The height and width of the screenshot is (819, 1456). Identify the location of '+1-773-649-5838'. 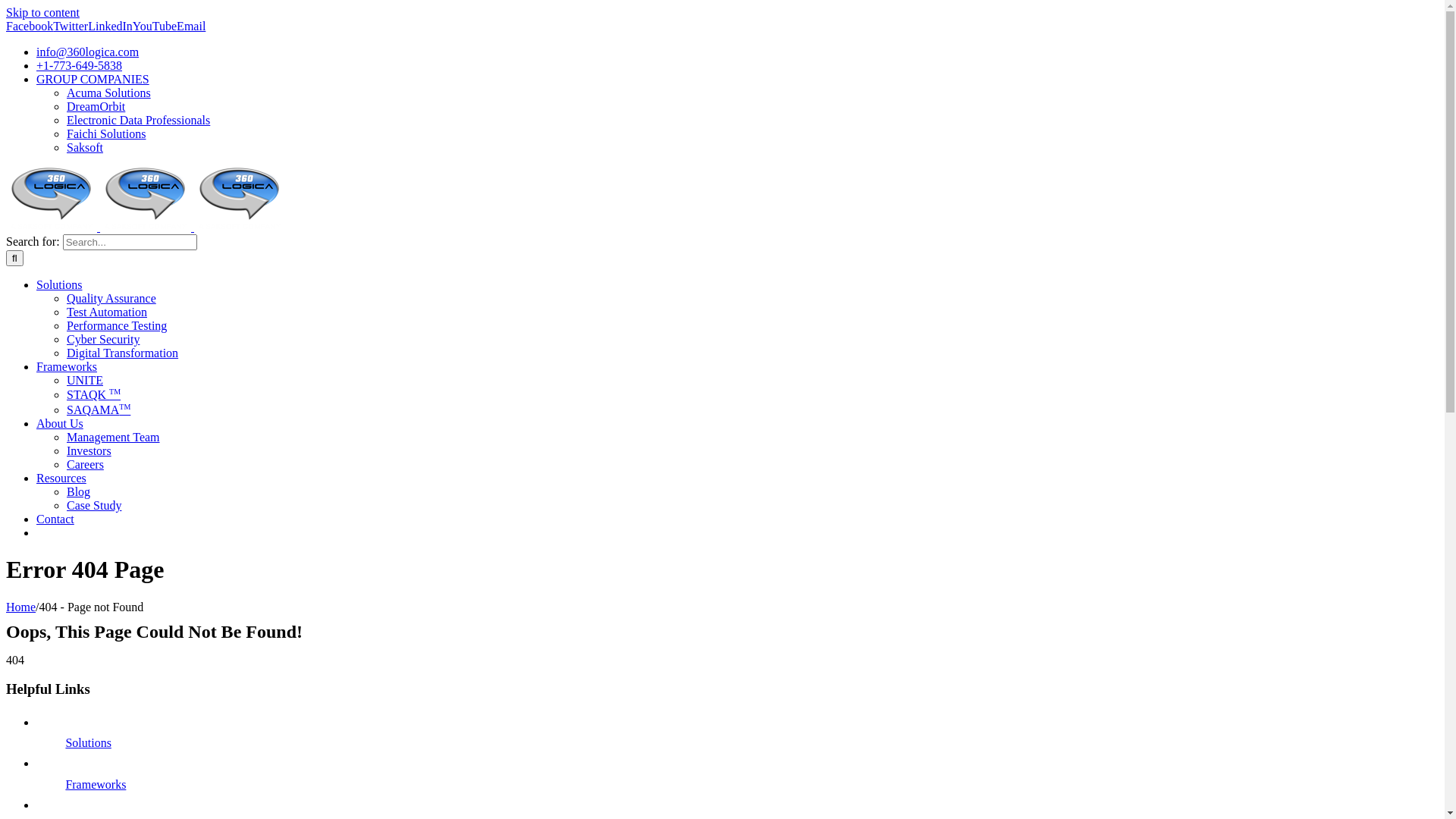
(78, 64).